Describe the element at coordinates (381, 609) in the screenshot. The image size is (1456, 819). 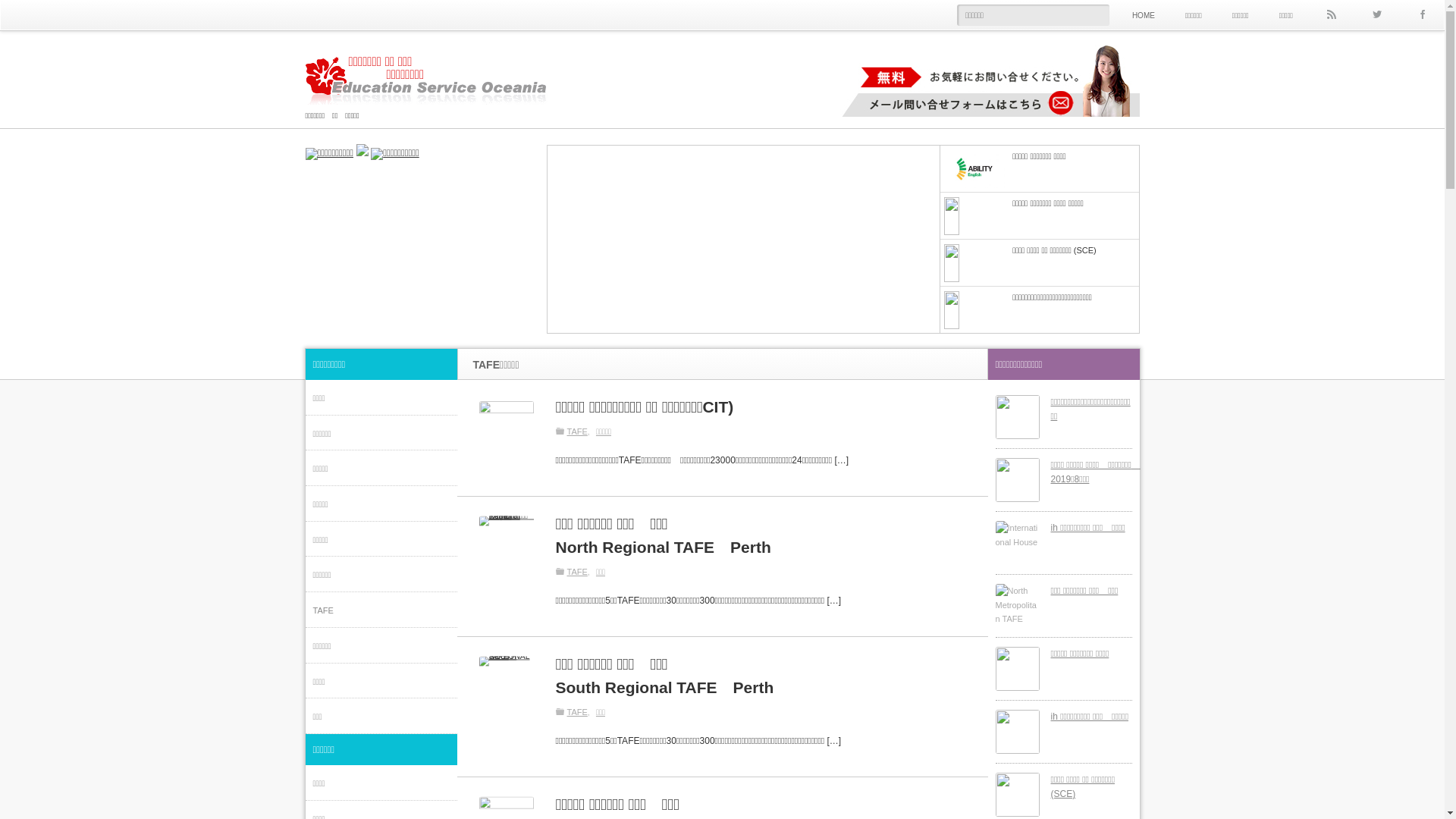
I see `'TAFE'` at that location.